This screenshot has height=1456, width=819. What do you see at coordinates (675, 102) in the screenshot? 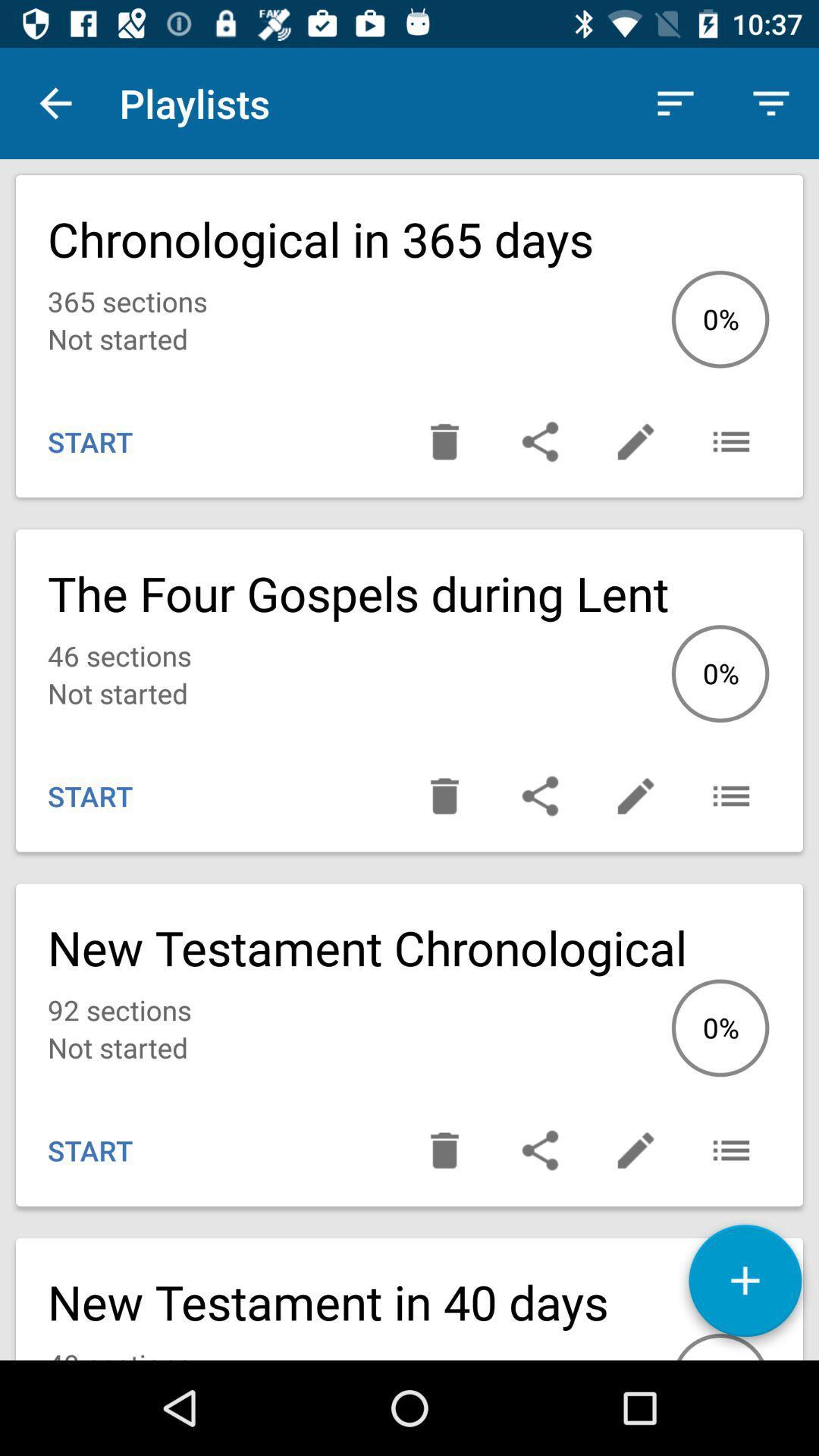
I see `the app to the right of the playlists` at bounding box center [675, 102].